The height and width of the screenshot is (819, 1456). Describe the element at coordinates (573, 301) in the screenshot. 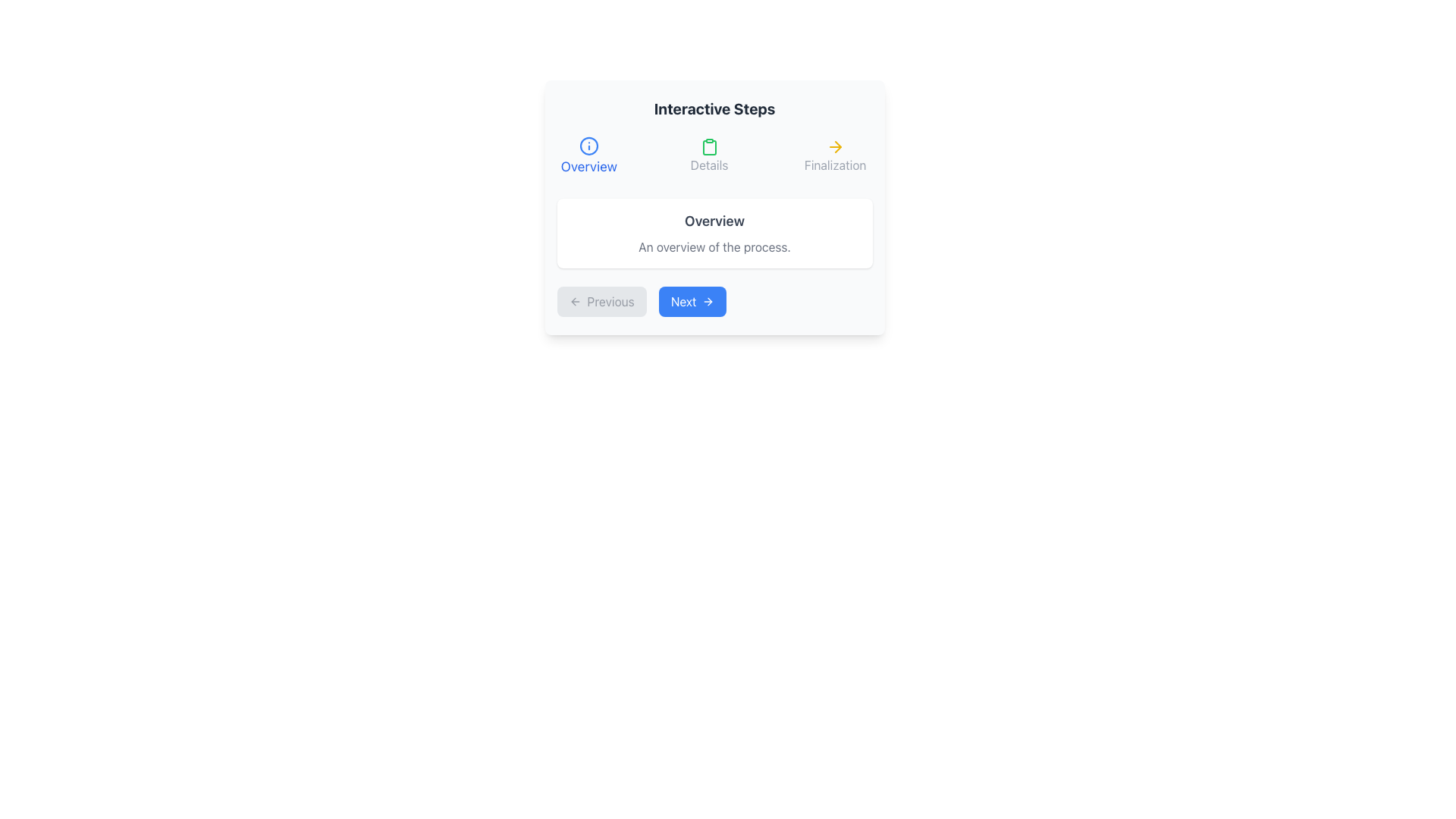

I see `the back arrow graphic element` at that location.